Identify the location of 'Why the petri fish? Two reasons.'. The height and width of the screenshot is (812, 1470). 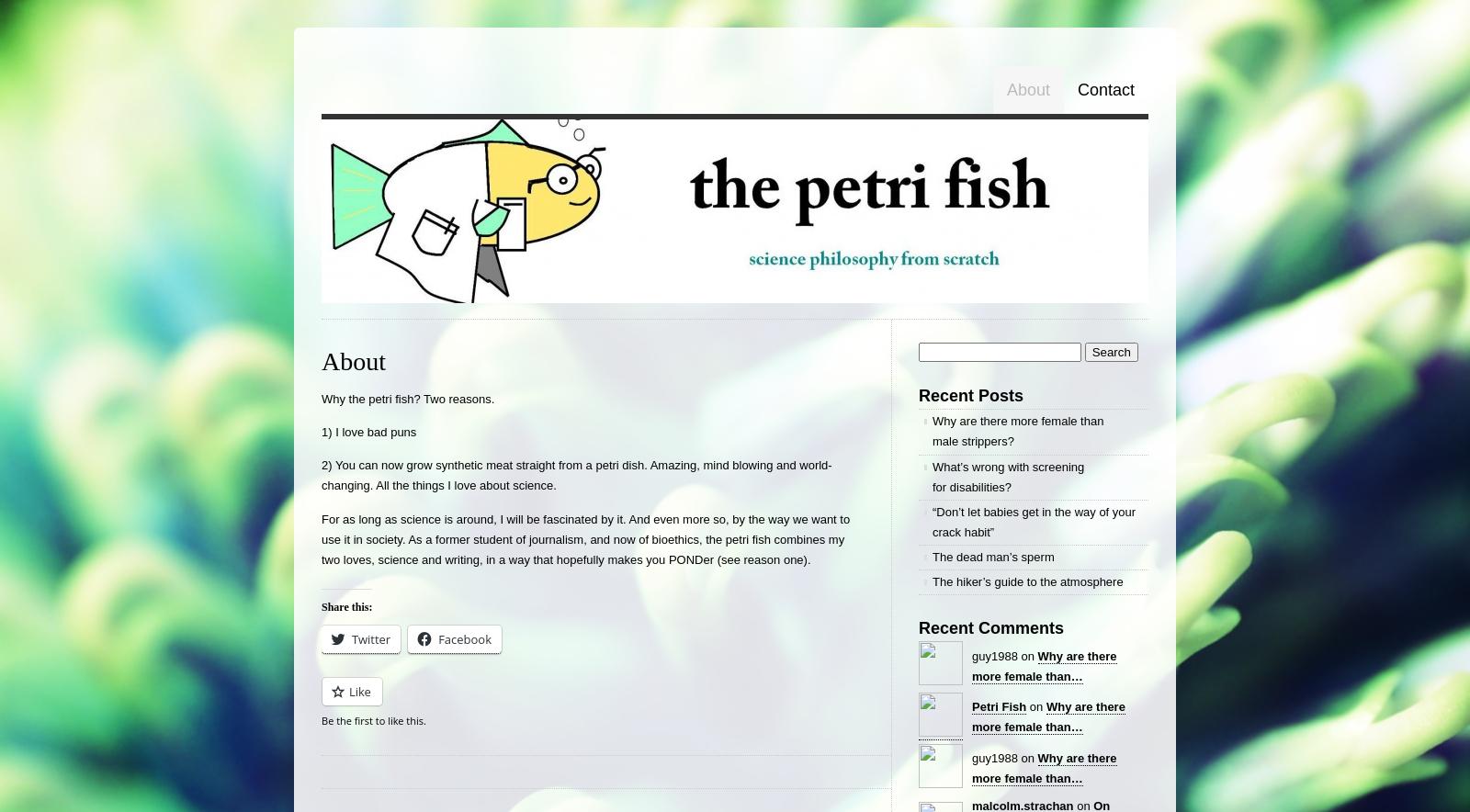
(407, 398).